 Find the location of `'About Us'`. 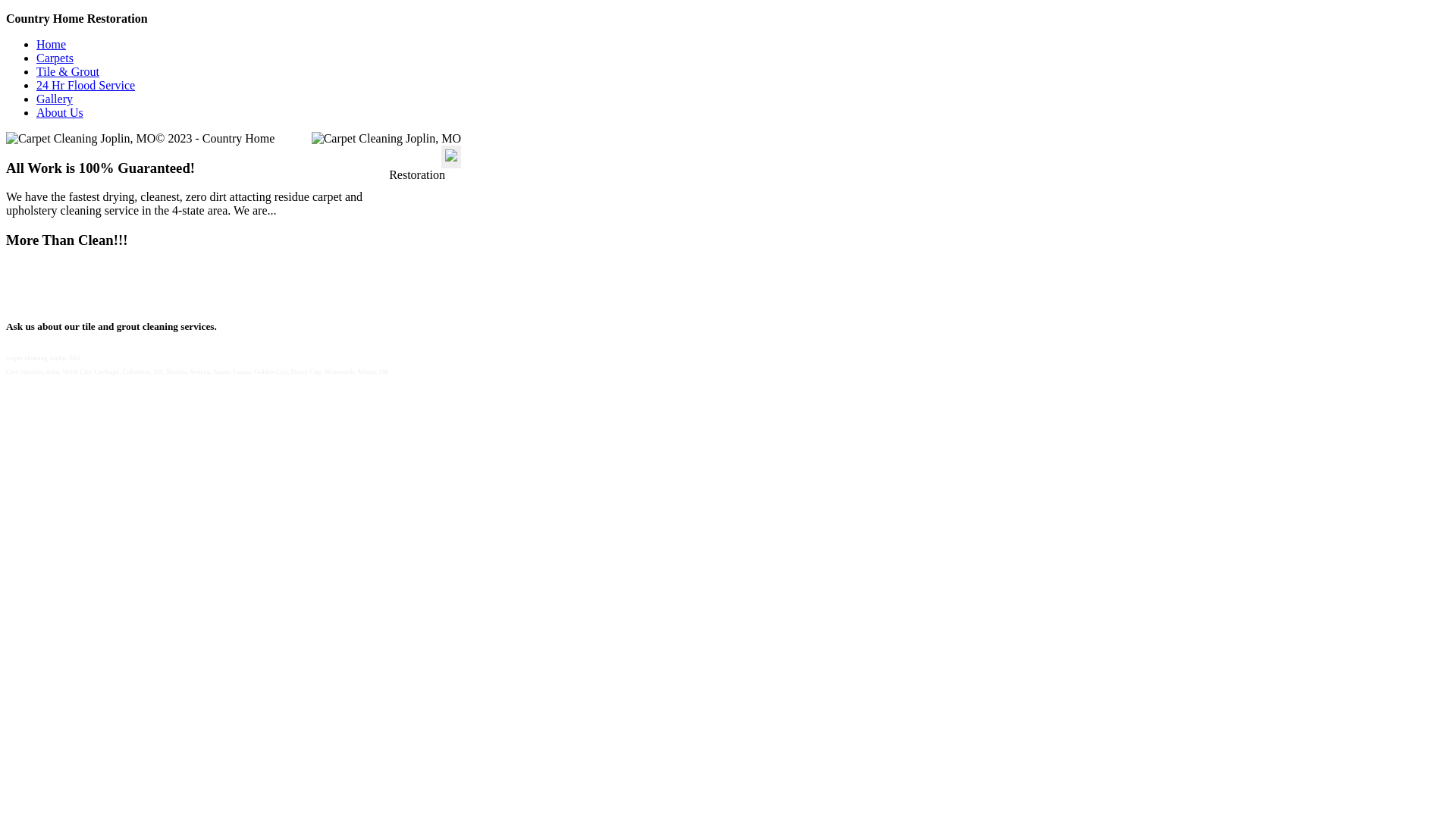

'About Us' is located at coordinates (59, 111).